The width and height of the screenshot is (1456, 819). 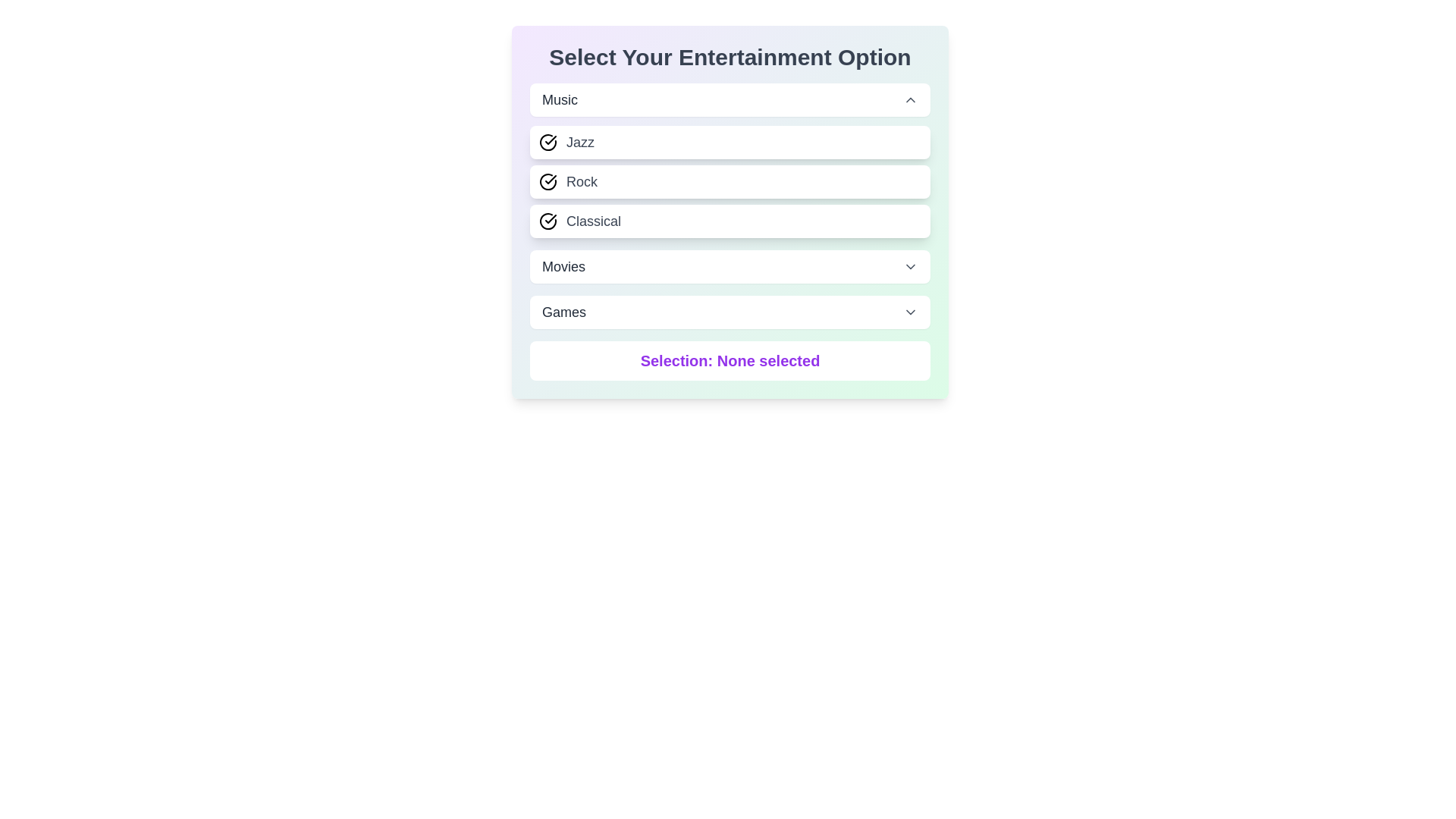 I want to click on the icon (circle with check mark), so click(x=548, y=221).